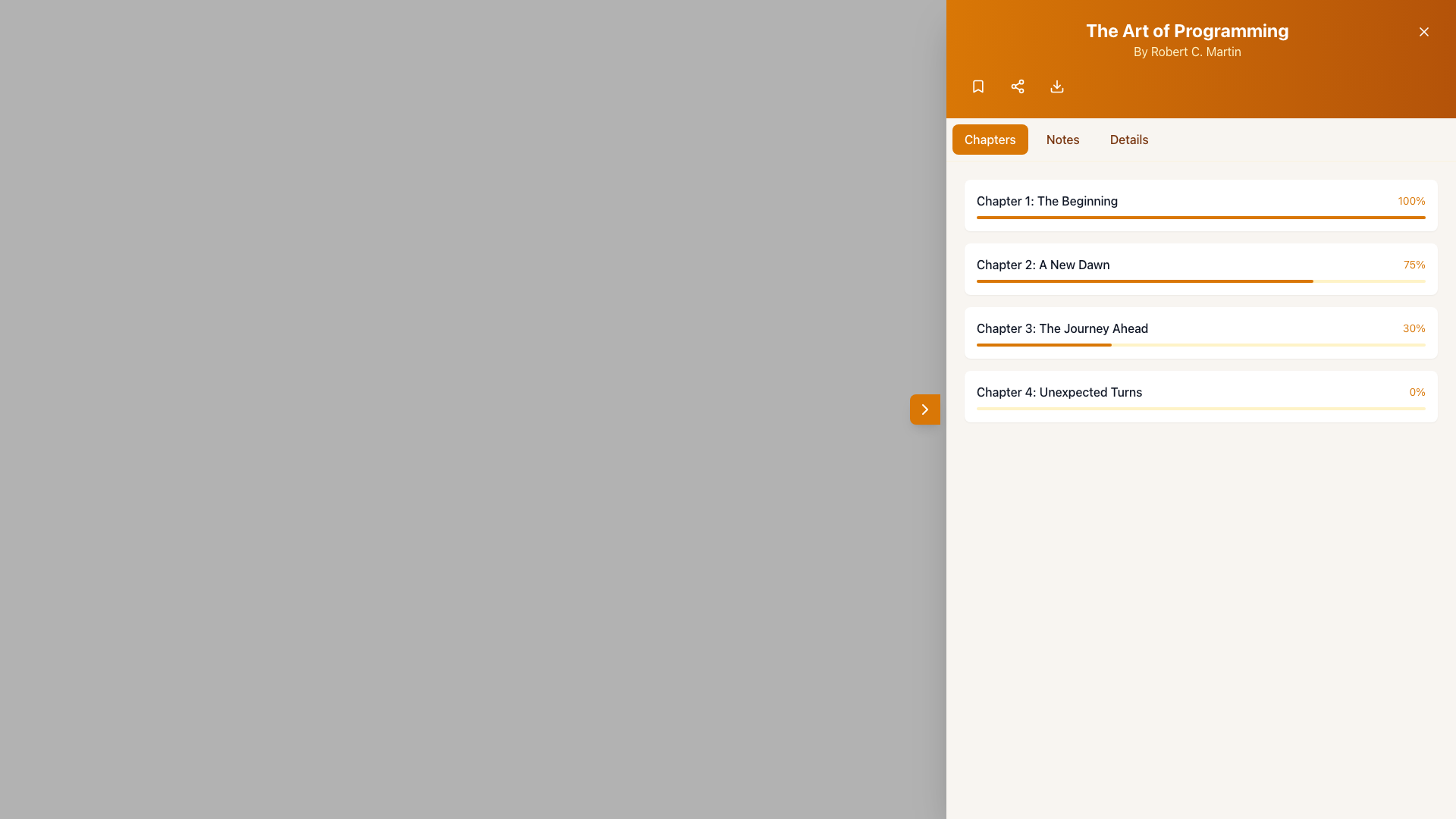 This screenshot has height=819, width=1456. What do you see at coordinates (1423, 32) in the screenshot?
I see `the small cross icon button located in the upper-right corner of the card displaying the book details` at bounding box center [1423, 32].